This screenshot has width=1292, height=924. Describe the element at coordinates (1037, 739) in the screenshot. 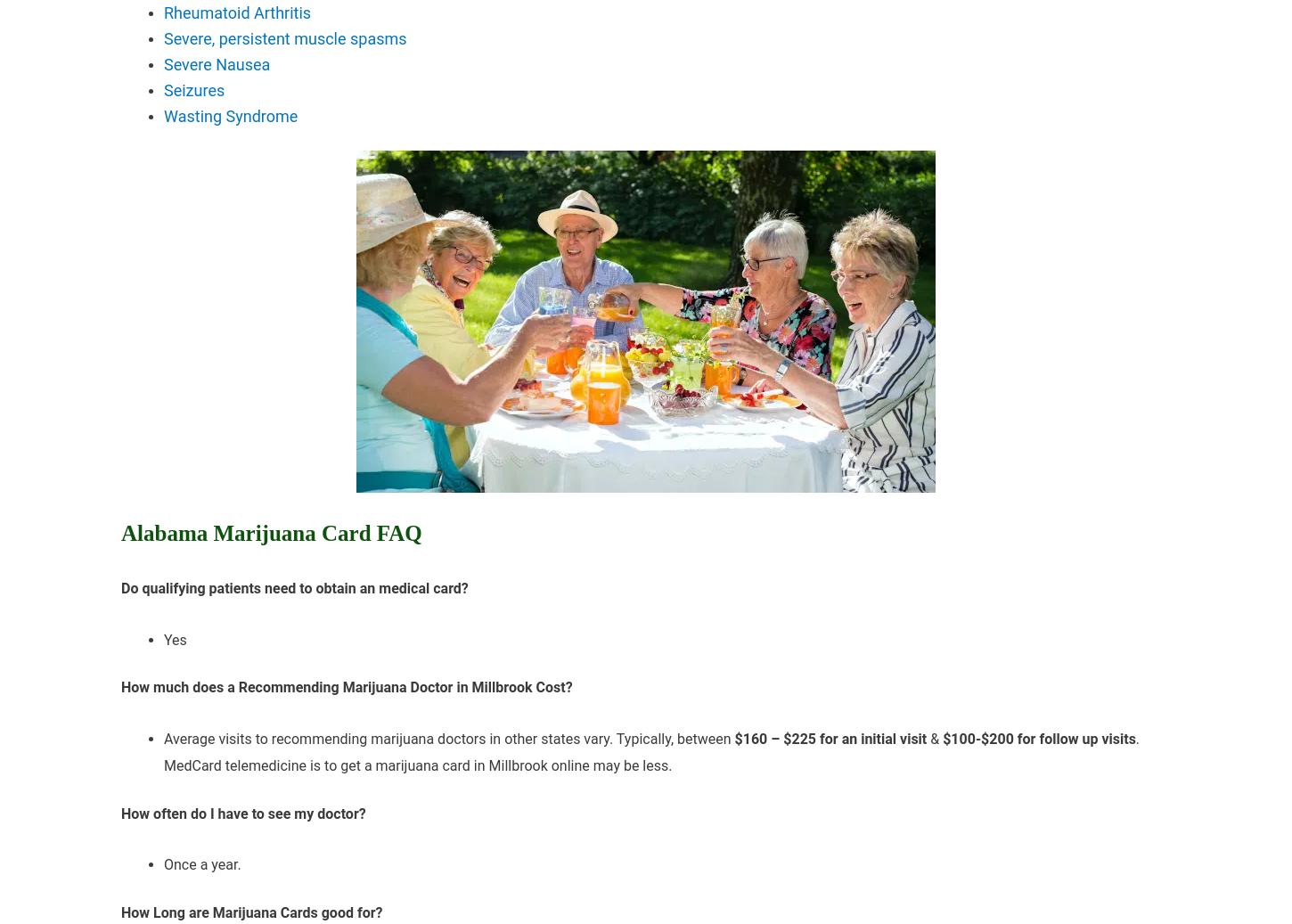

I see `'$100-$200 for follow up visits'` at that location.